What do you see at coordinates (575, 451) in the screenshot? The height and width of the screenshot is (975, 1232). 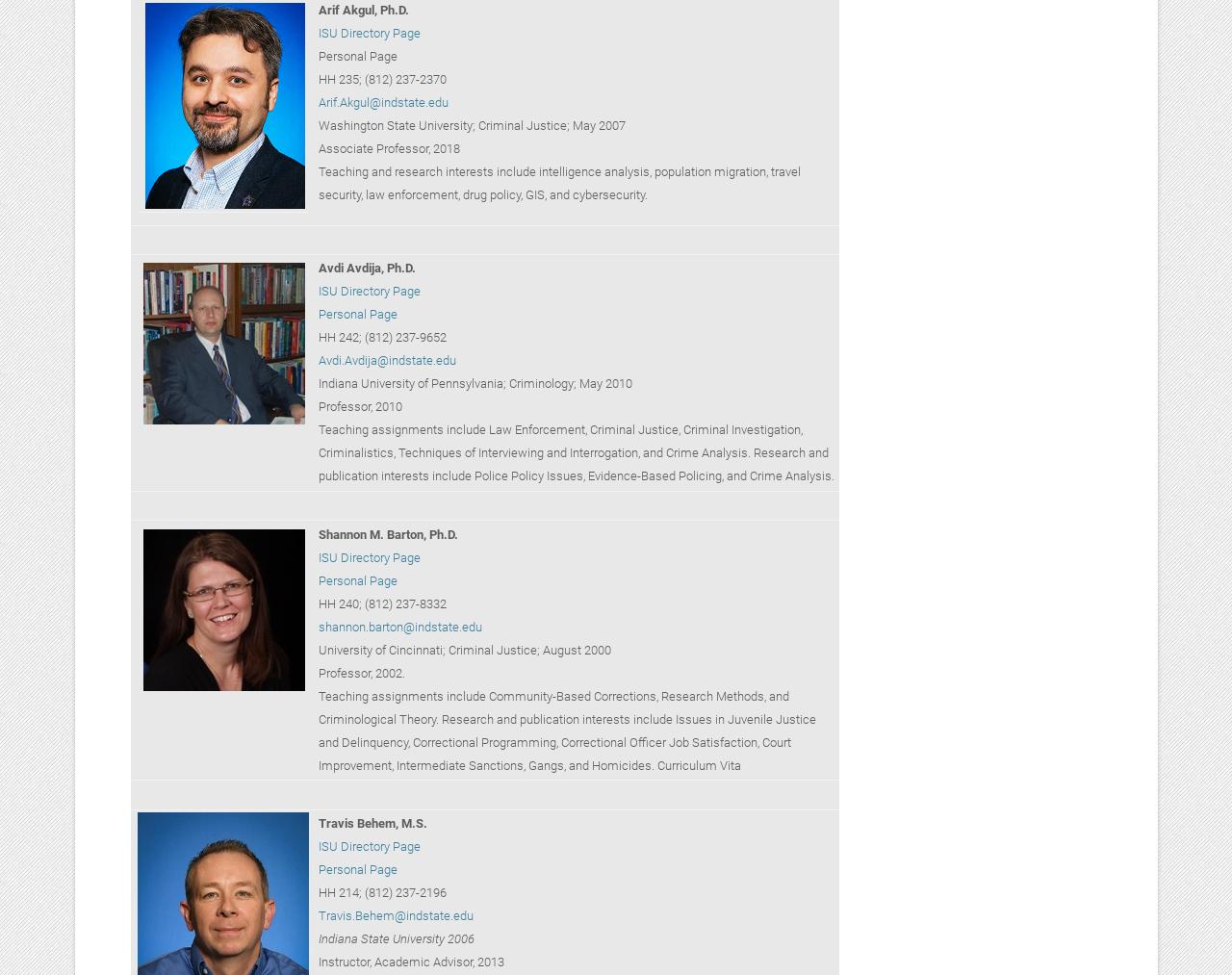 I see `'Teaching assignments include Law Enforcement, Criminal Justice, Criminal Investigation, Criminalistics, Techniques of Interviewing and Interrogation, and Crime Analysis. Research and publication interests include Police Policy Issues, Evidence-Based Policing, and Crime Analysis.'` at bounding box center [575, 451].